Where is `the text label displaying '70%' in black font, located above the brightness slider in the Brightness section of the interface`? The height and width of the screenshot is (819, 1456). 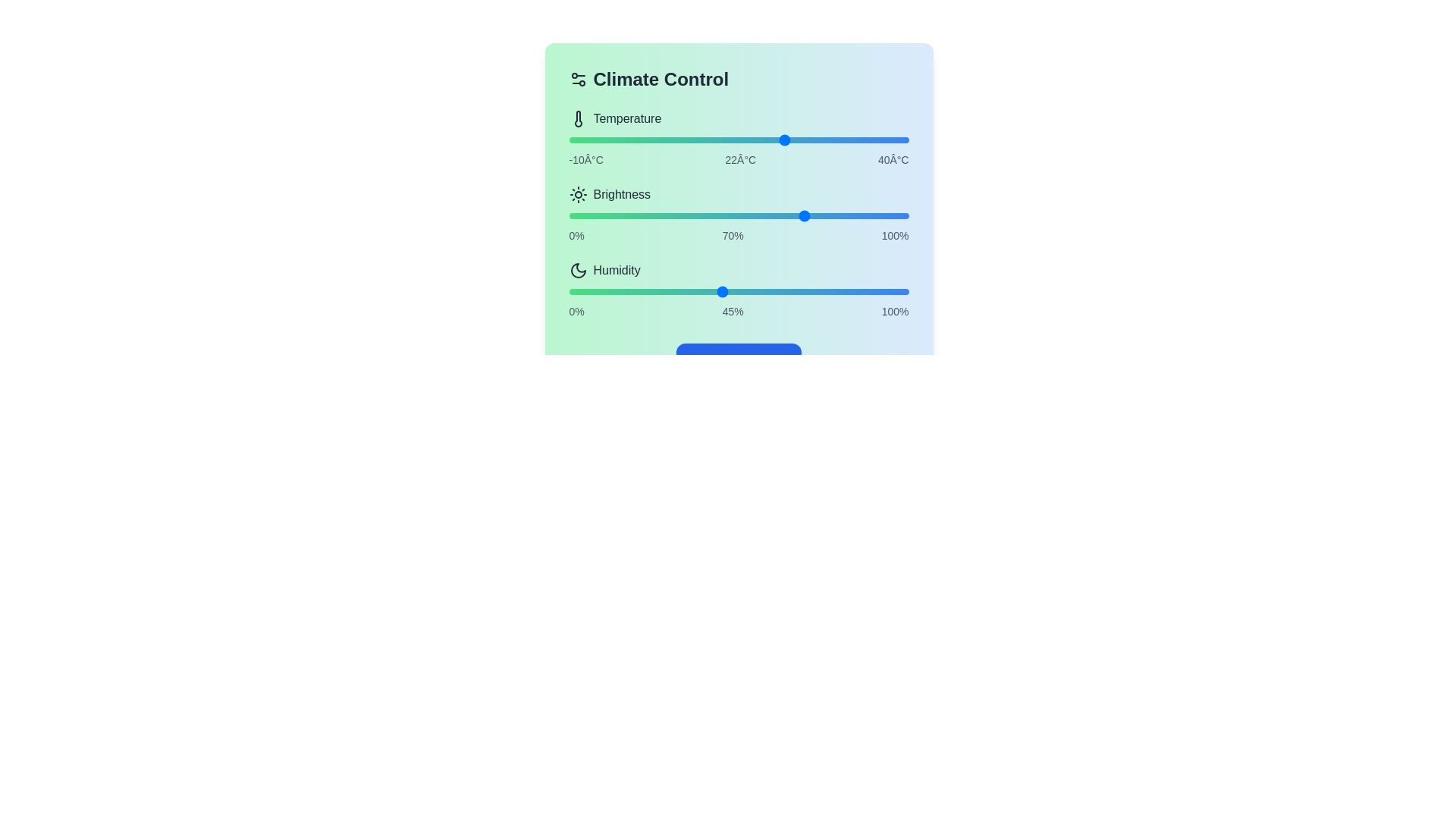 the text label displaying '70%' in black font, located above the brightness slider in the Brightness section of the interface is located at coordinates (733, 236).